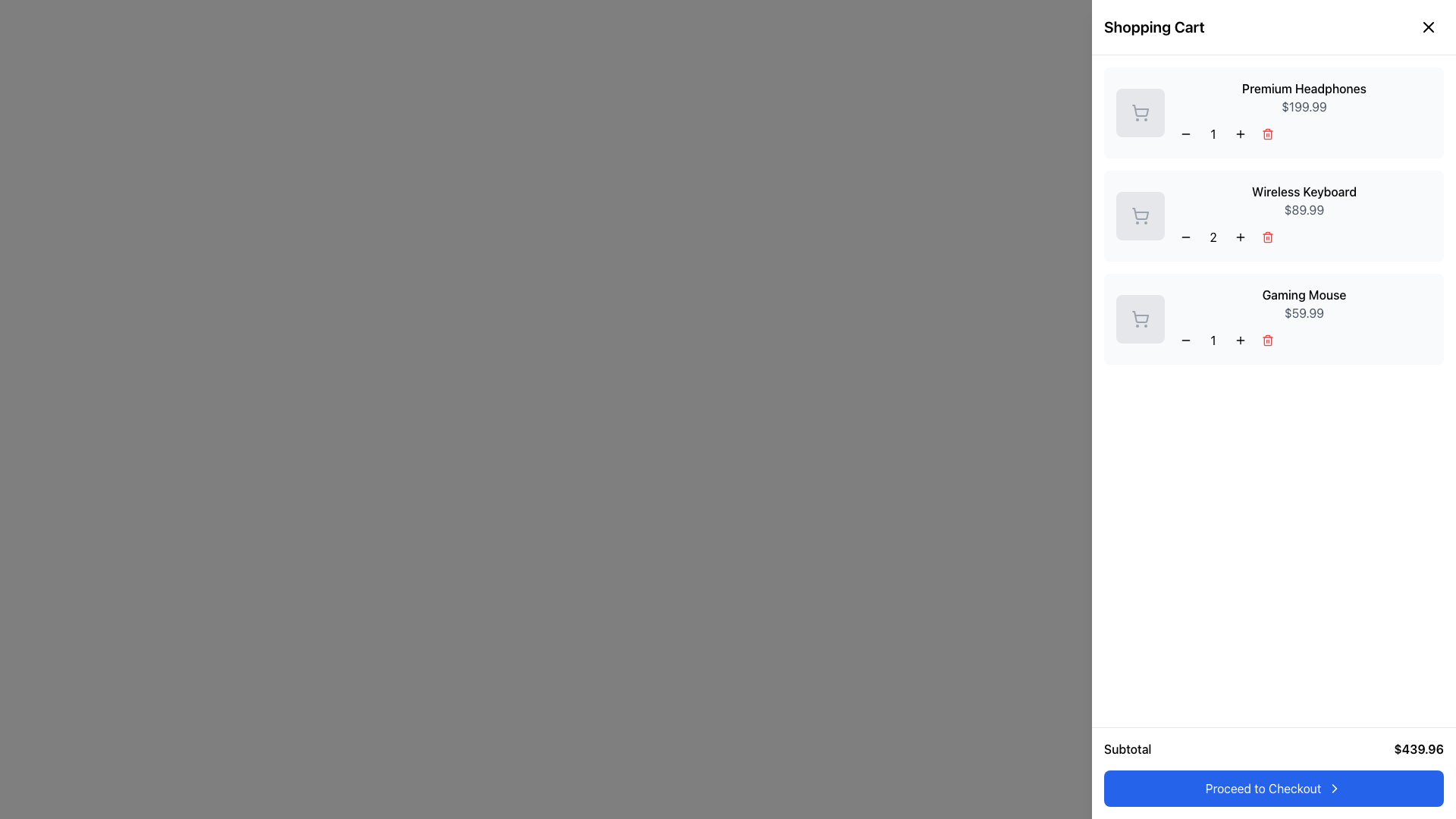 This screenshot has height=819, width=1456. I want to click on the increment button for the 'Gaming Mouse' item in the shopping cart, so click(1241, 339).